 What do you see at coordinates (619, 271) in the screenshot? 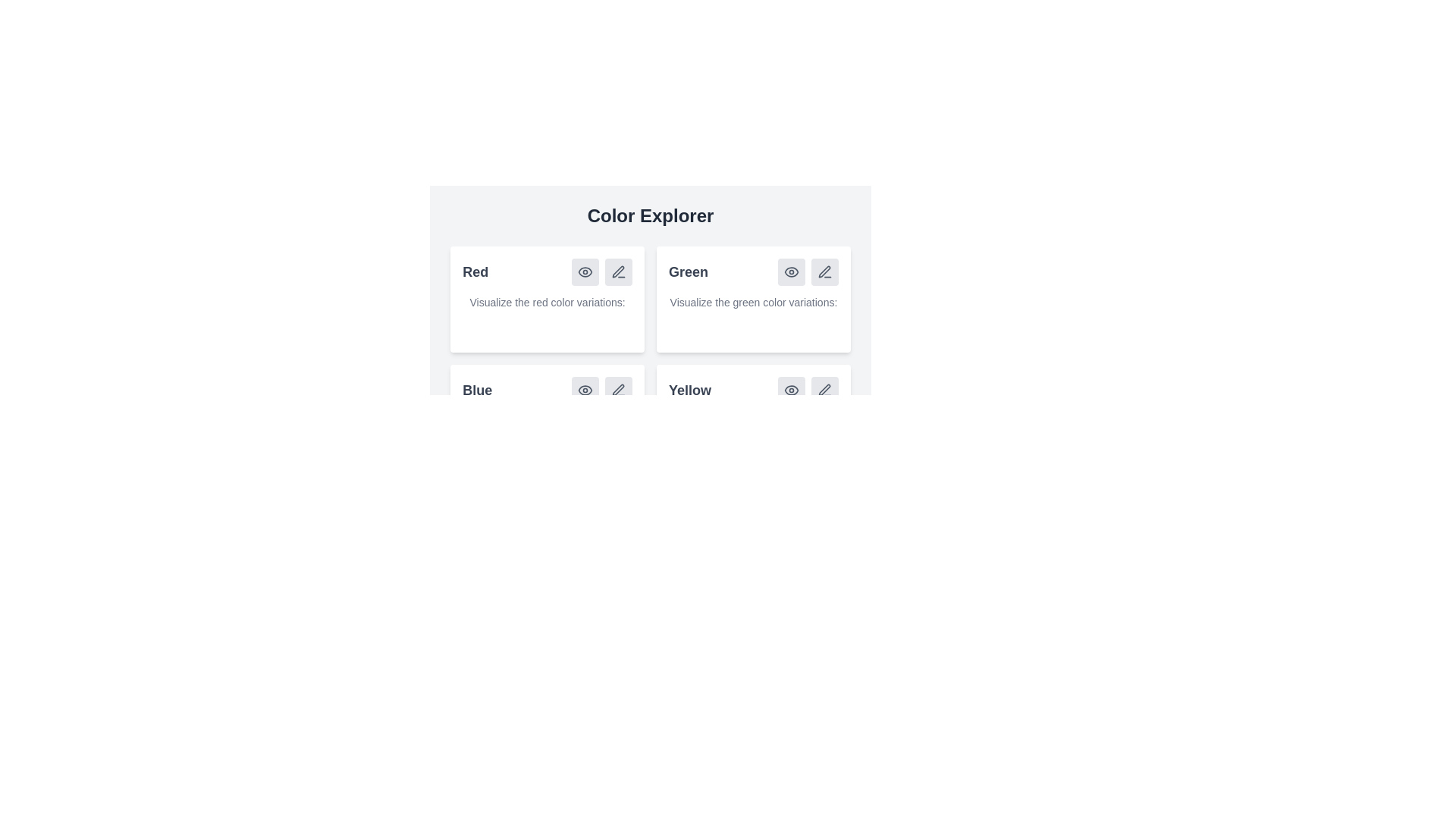
I see `the button featuring an icon in the top-right section of the 'Red' color card` at bounding box center [619, 271].